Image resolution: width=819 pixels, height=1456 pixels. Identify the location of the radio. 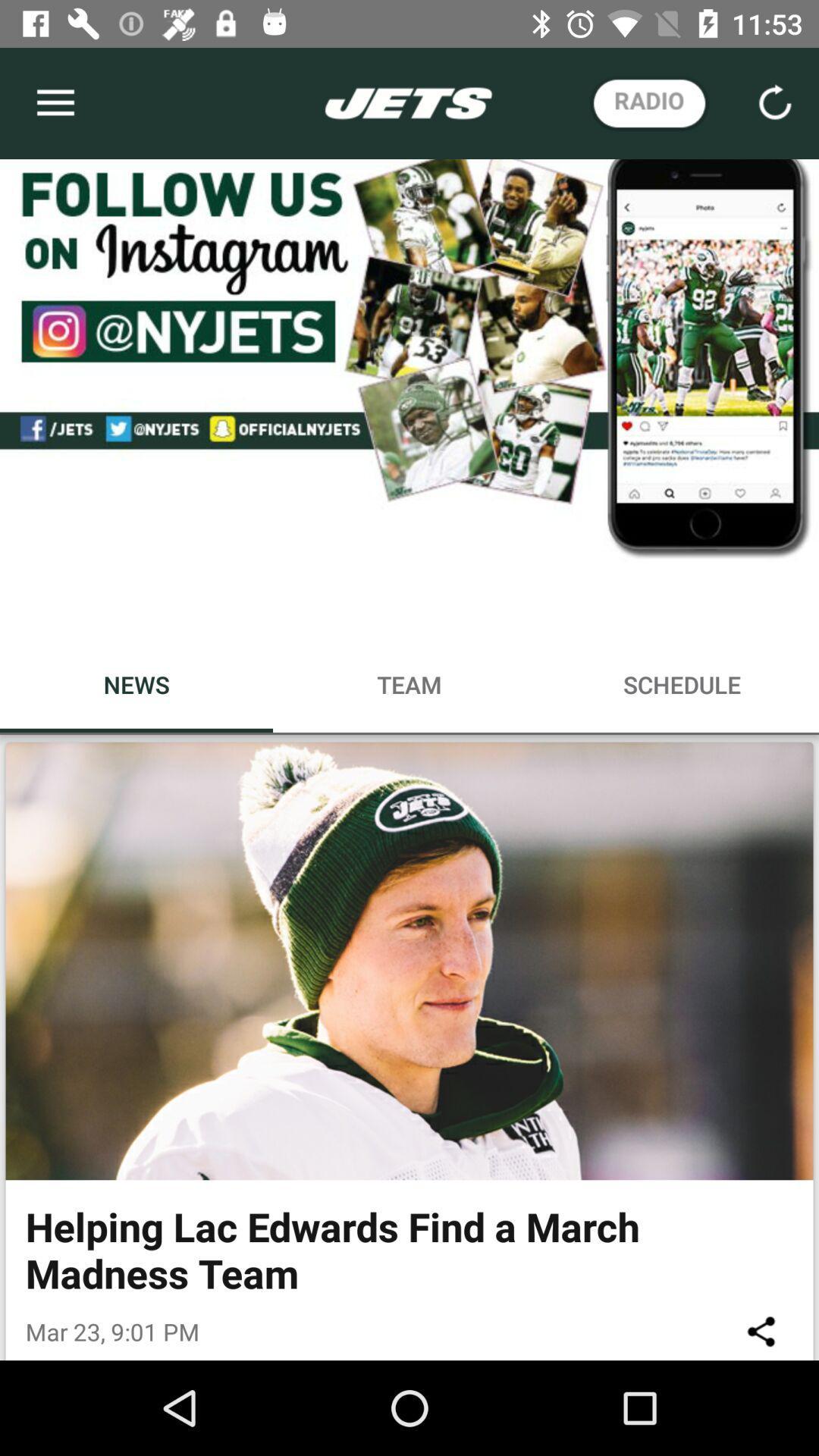
(648, 103).